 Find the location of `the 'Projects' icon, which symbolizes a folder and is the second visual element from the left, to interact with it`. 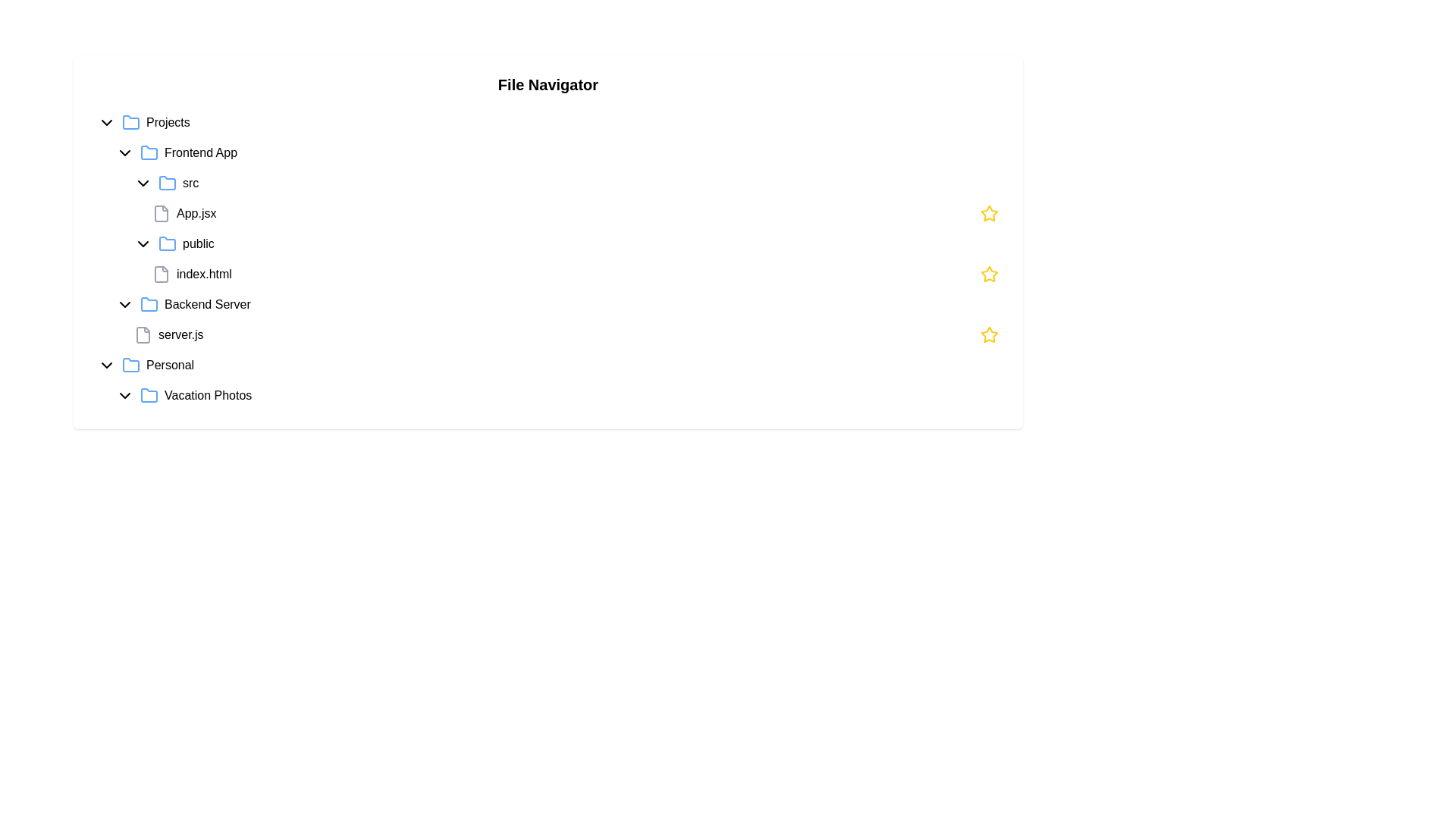

the 'Projects' icon, which symbolizes a folder and is the second visual element from the left, to interact with it is located at coordinates (130, 122).